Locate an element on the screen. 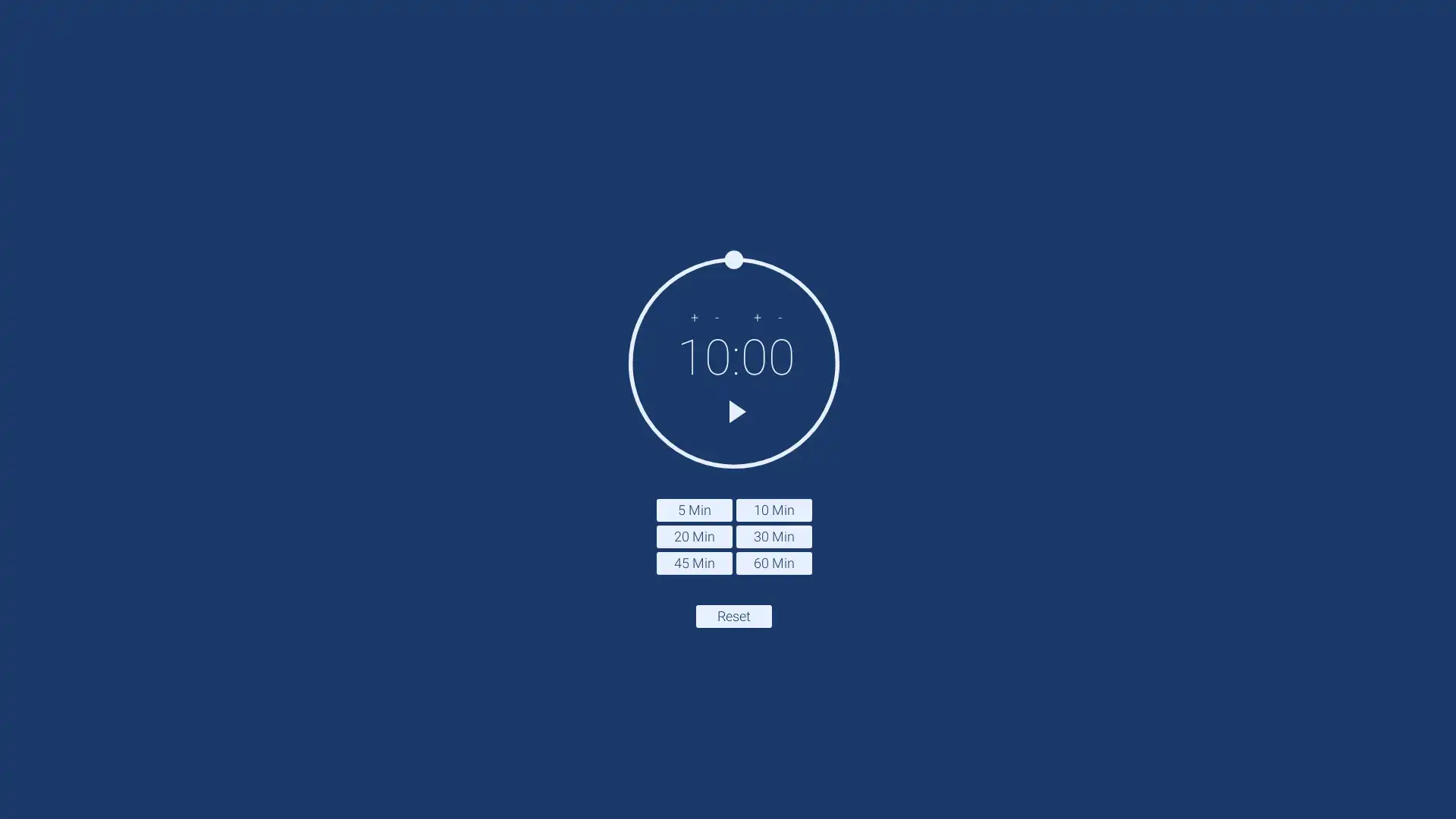 Image resolution: width=1456 pixels, height=819 pixels. 60 Min is located at coordinates (773, 562).